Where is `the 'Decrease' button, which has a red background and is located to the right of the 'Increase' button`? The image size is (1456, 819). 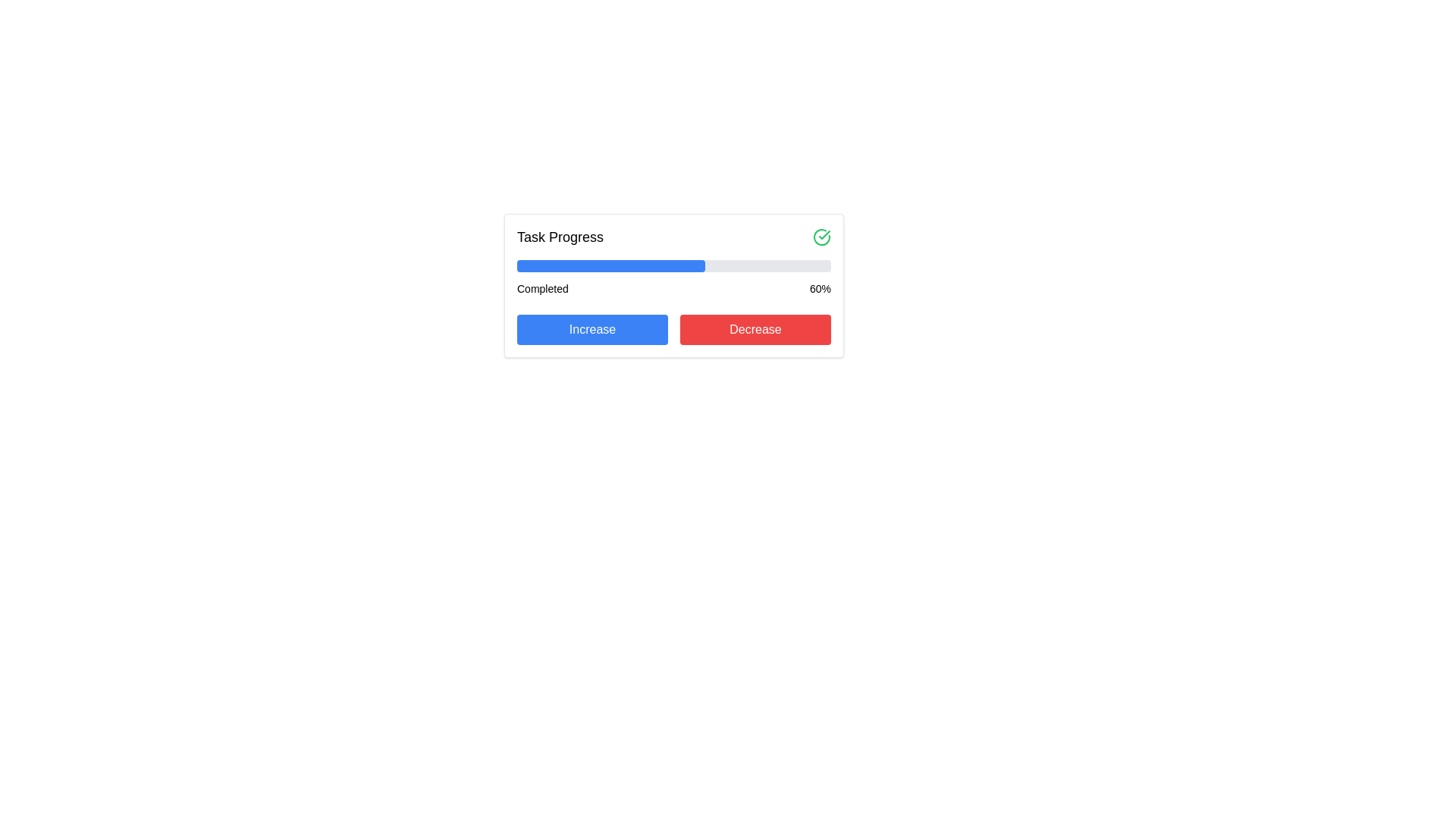 the 'Decrease' button, which has a red background and is located to the right of the 'Increase' button is located at coordinates (755, 329).